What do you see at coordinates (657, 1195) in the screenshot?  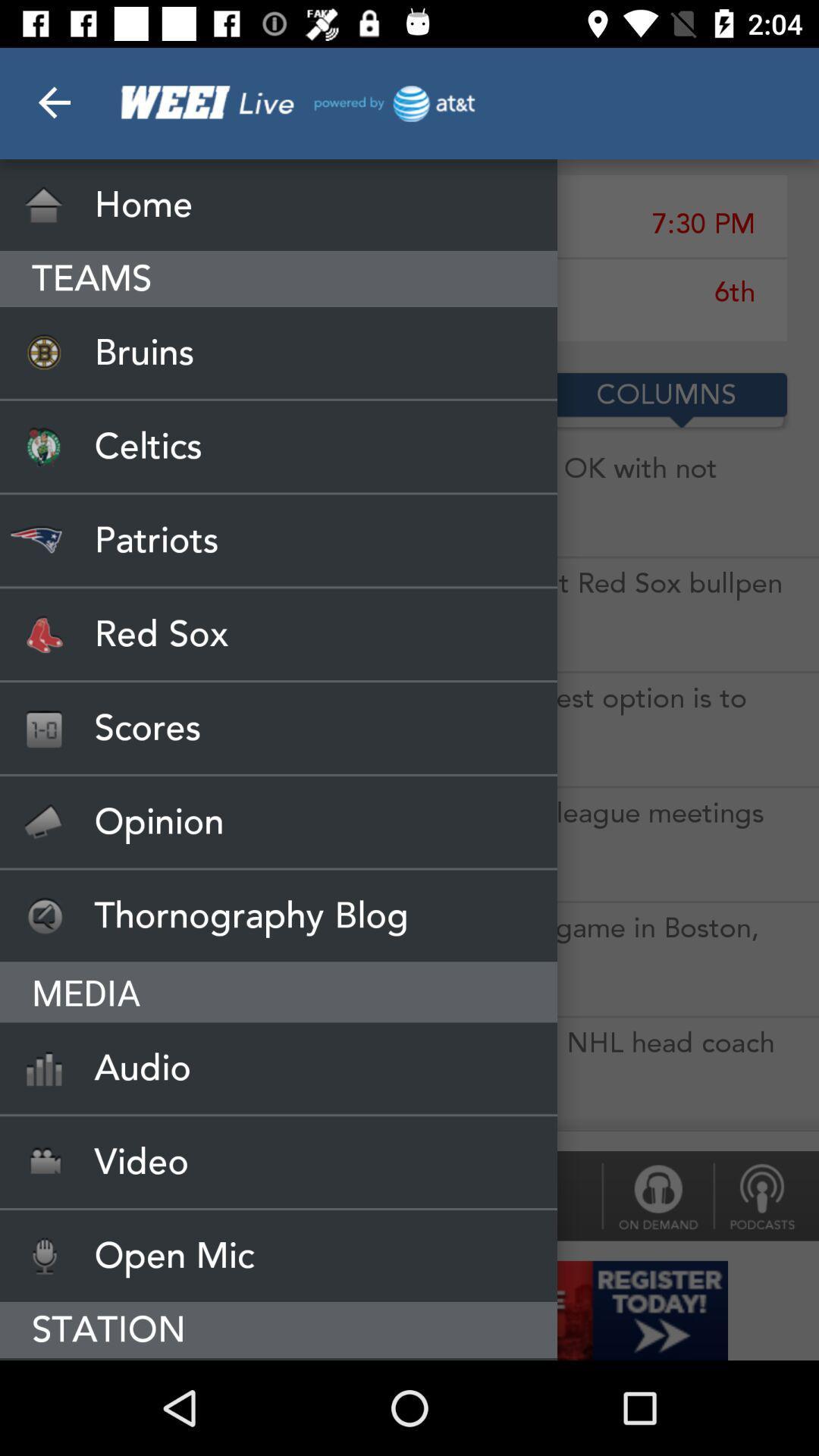 I see `the info icon` at bounding box center [657, 1195].